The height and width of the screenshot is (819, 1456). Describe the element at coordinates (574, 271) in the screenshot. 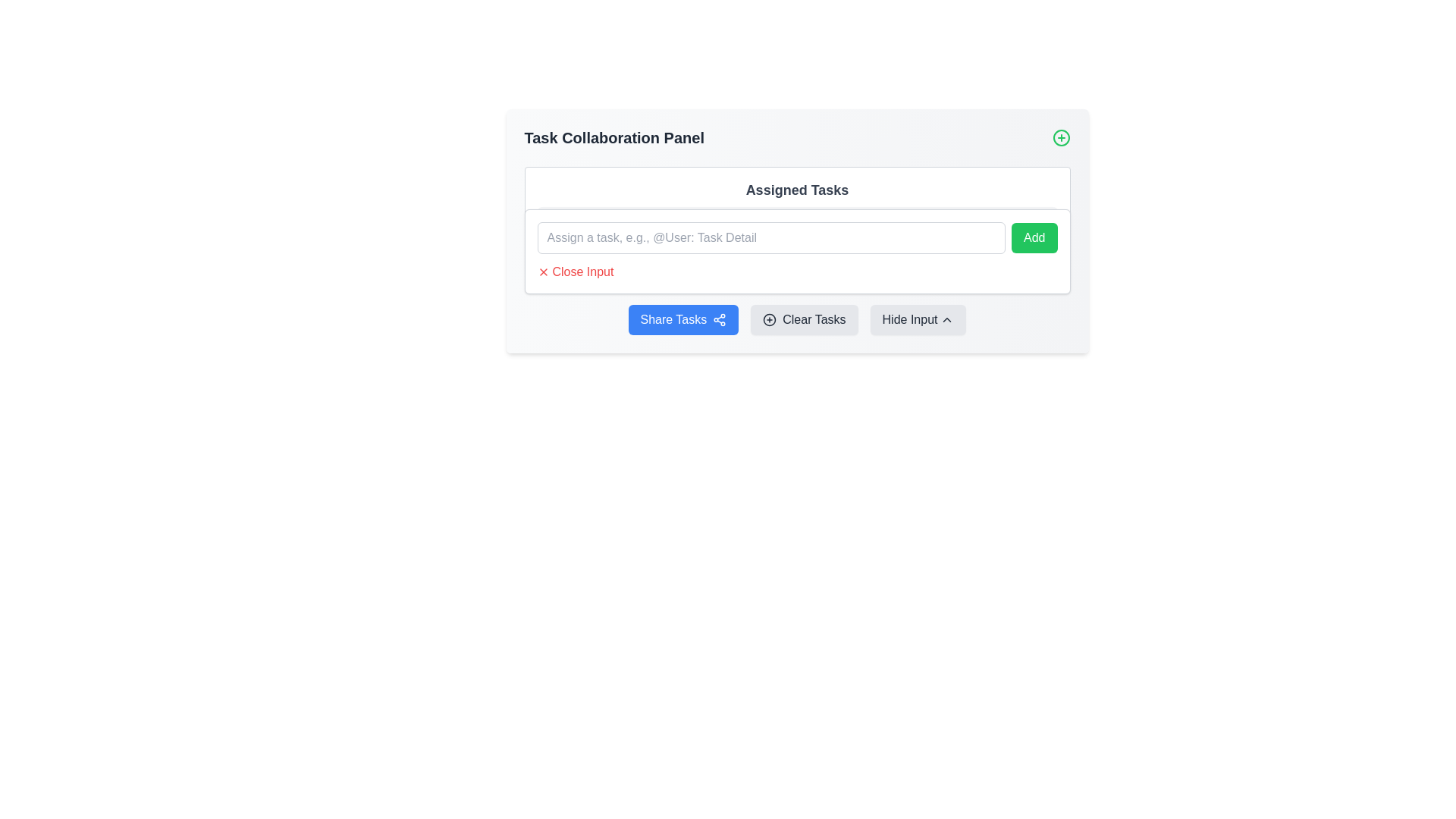

I see `the close button located in the 'Task Collaboration Panel' to clear the input field for assigning tasks` at that location.